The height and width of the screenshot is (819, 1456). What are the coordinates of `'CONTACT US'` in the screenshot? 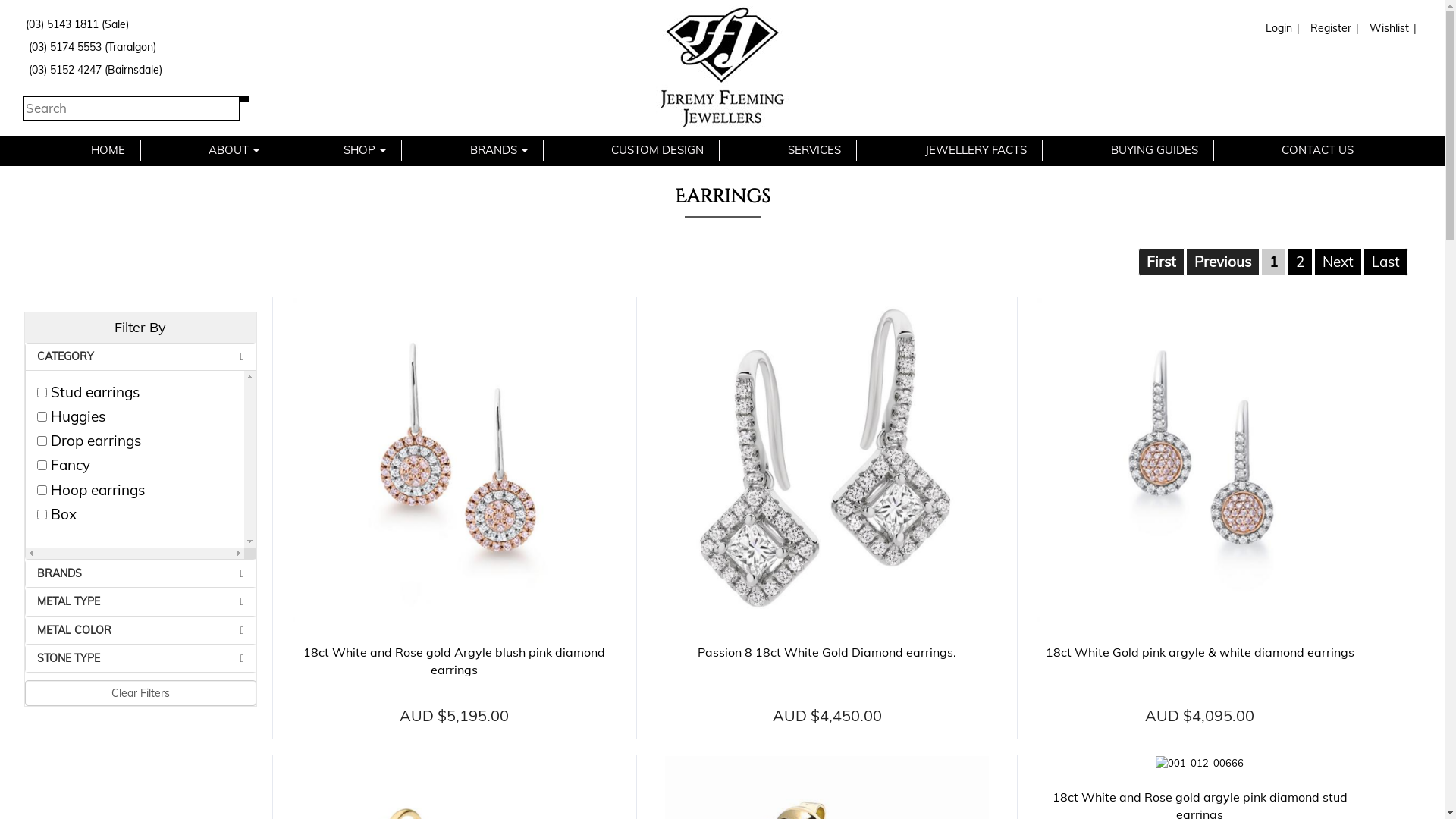 It's located at (1316, 149).